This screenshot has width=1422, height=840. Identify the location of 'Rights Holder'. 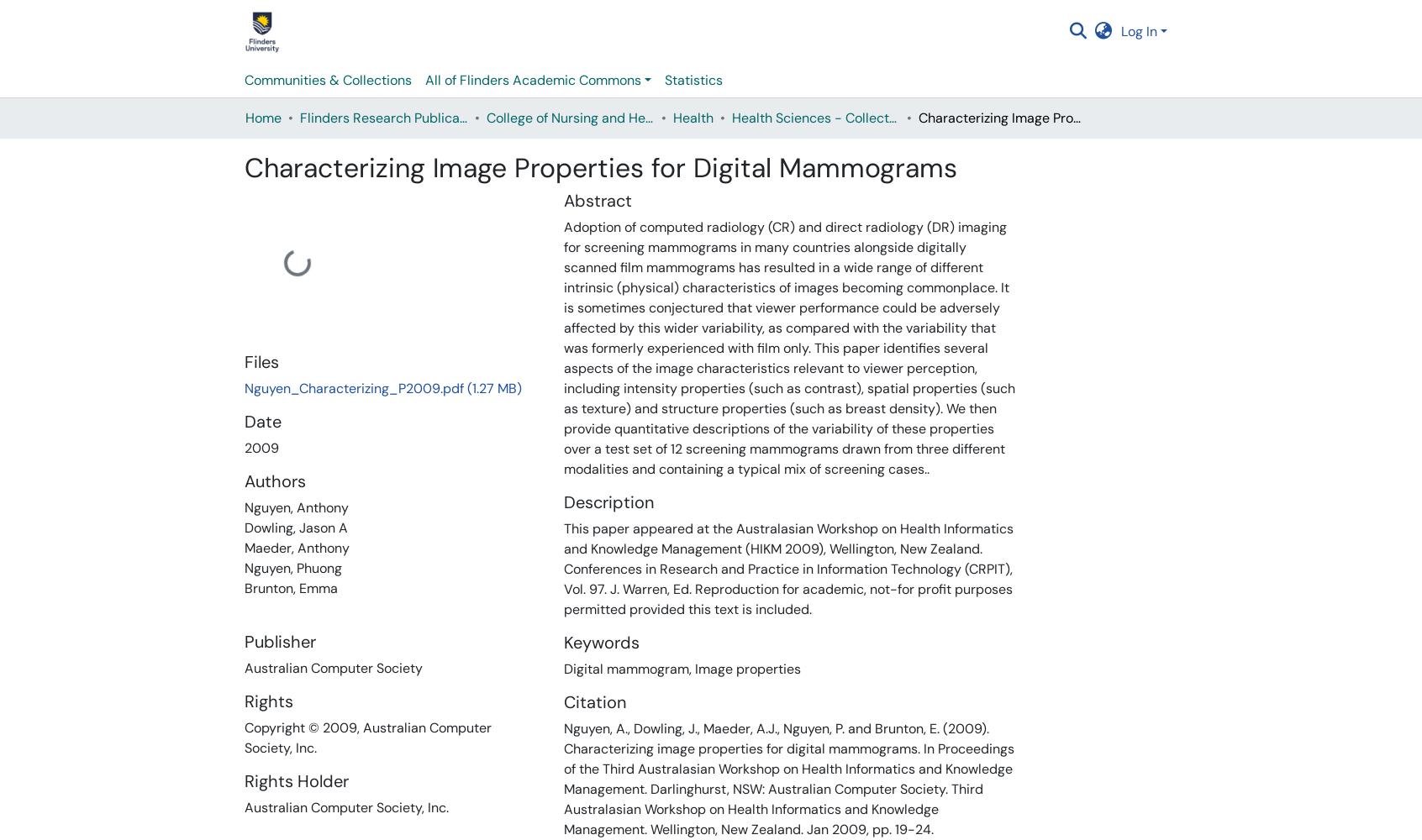
(295, 781).